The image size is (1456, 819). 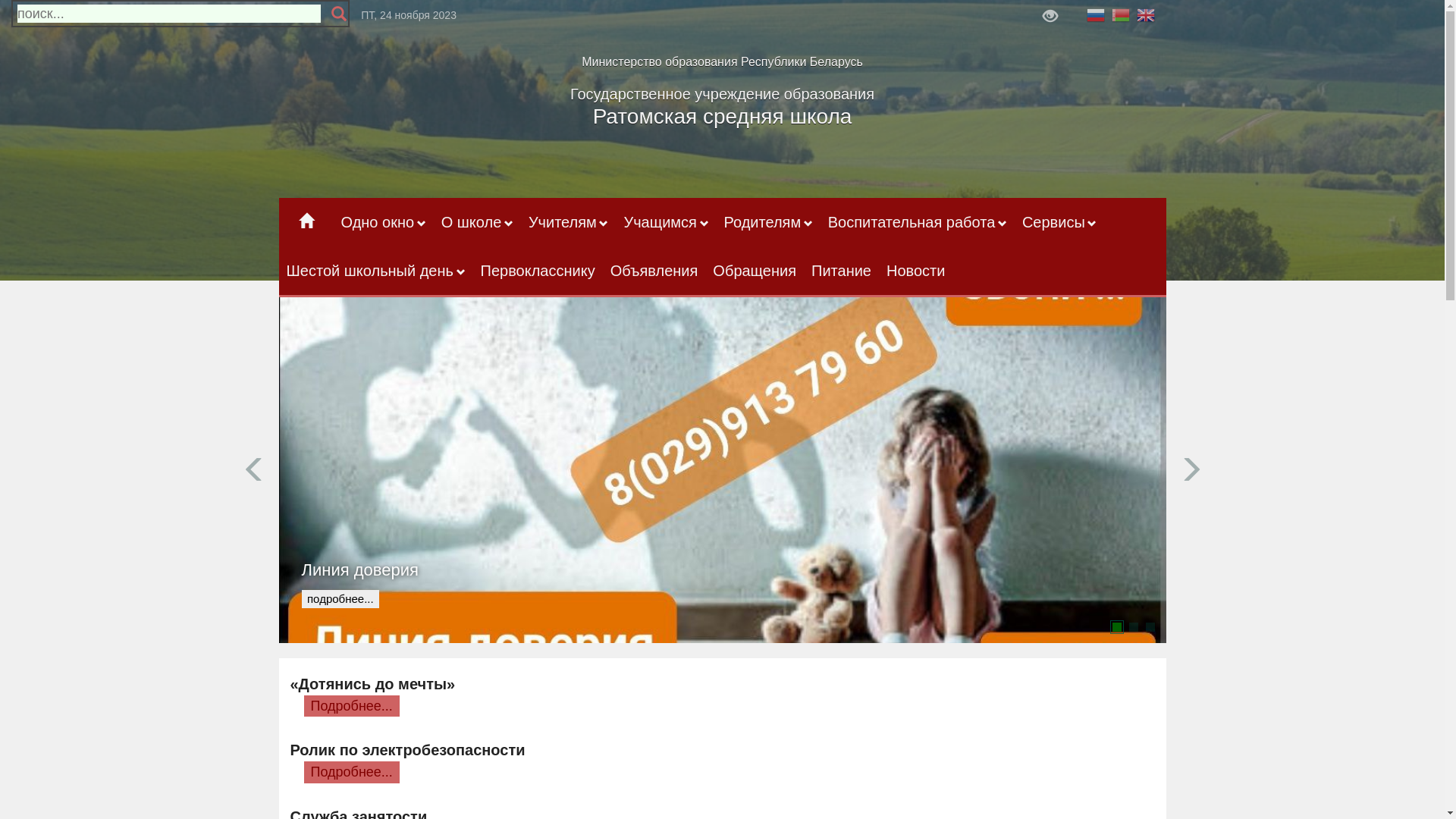 What do you see at coordinates (1116, 626) in the screenshot?
I see `'1'` at bounding box center [1116, 626].